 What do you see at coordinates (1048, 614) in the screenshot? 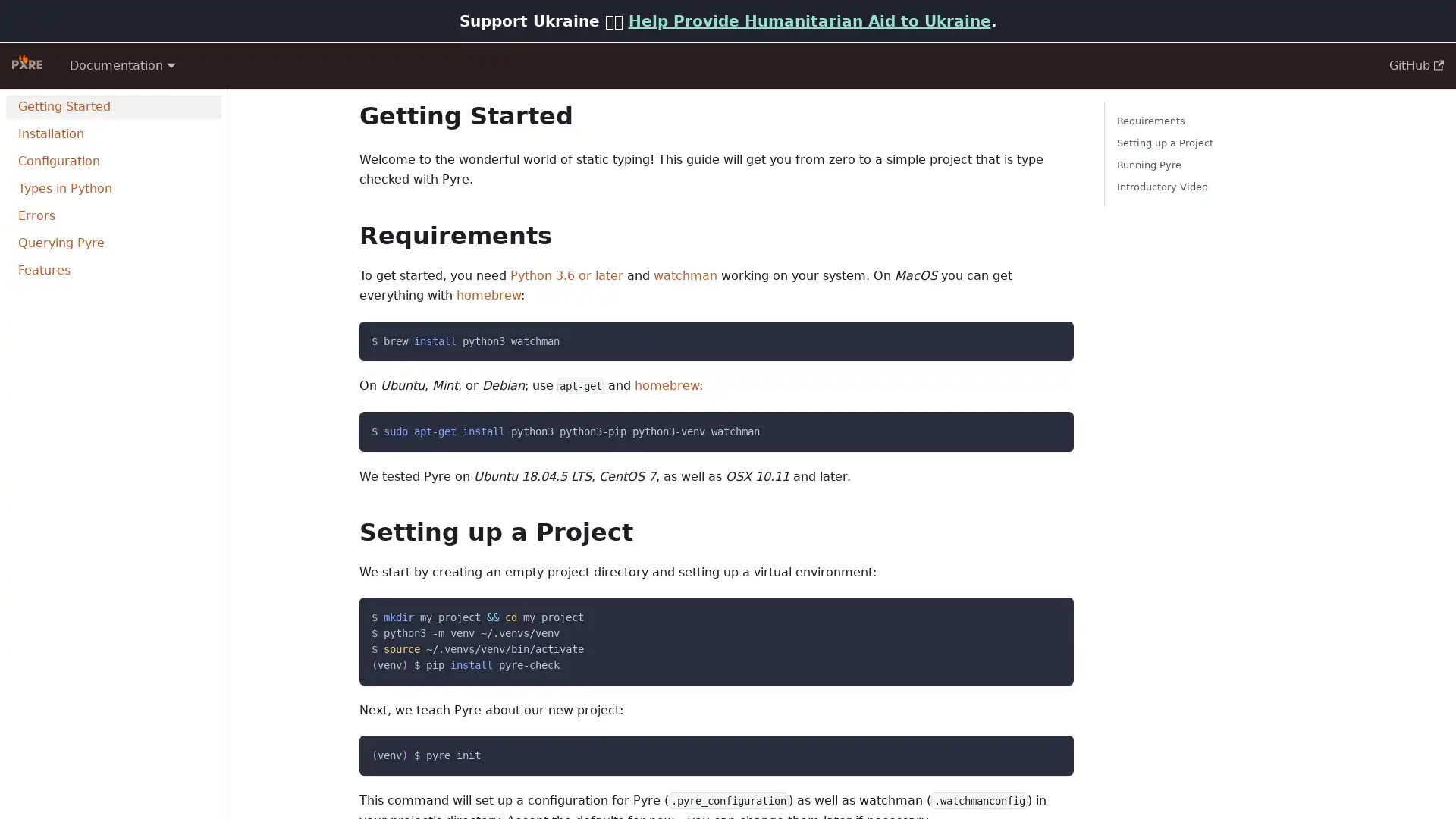
I see `Copy code to clipboard` at bounding box center [1048, 614].